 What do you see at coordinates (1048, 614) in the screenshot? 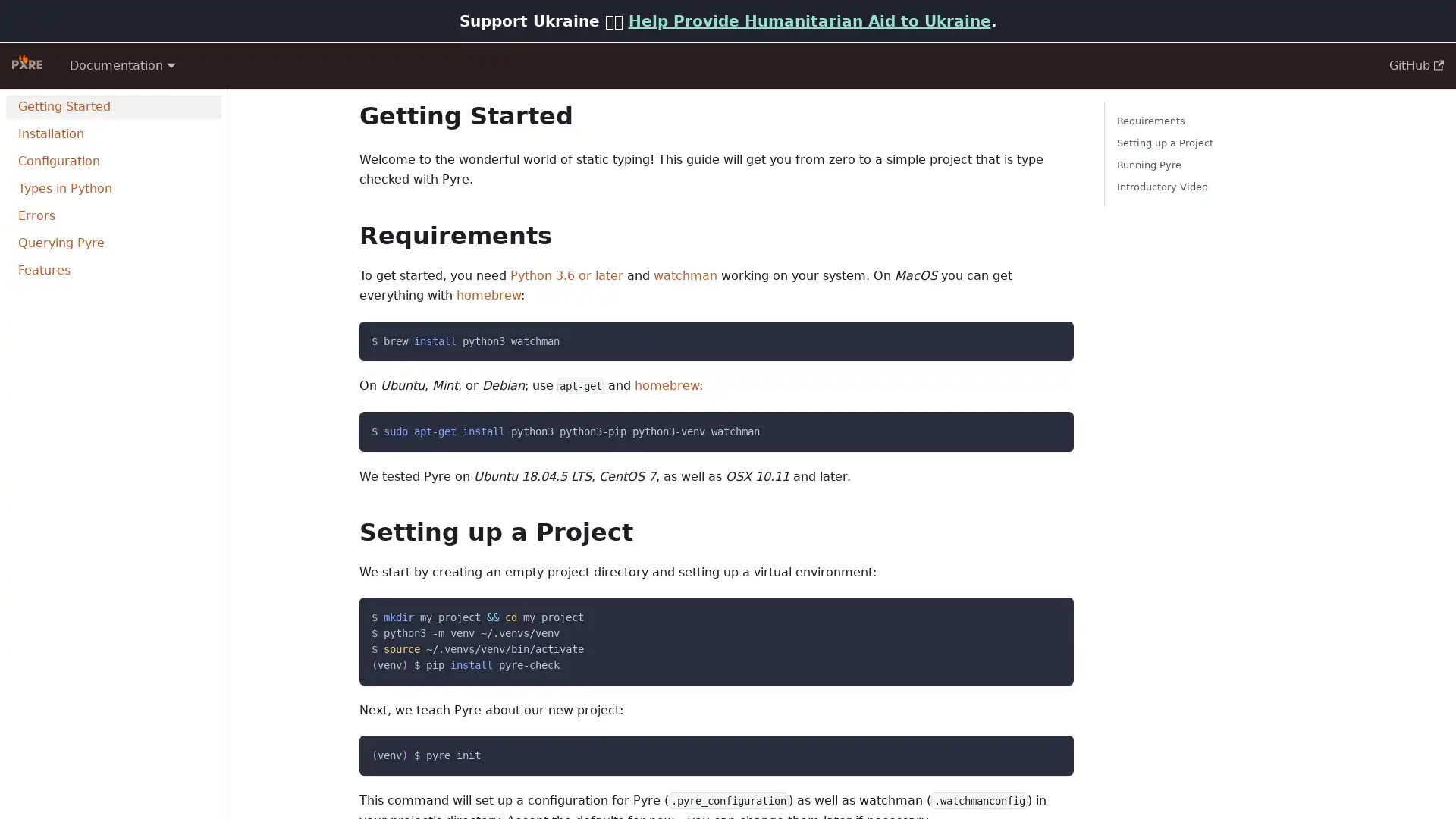
I see `Copy code to clipboard` at bounding box center [1048, 614].